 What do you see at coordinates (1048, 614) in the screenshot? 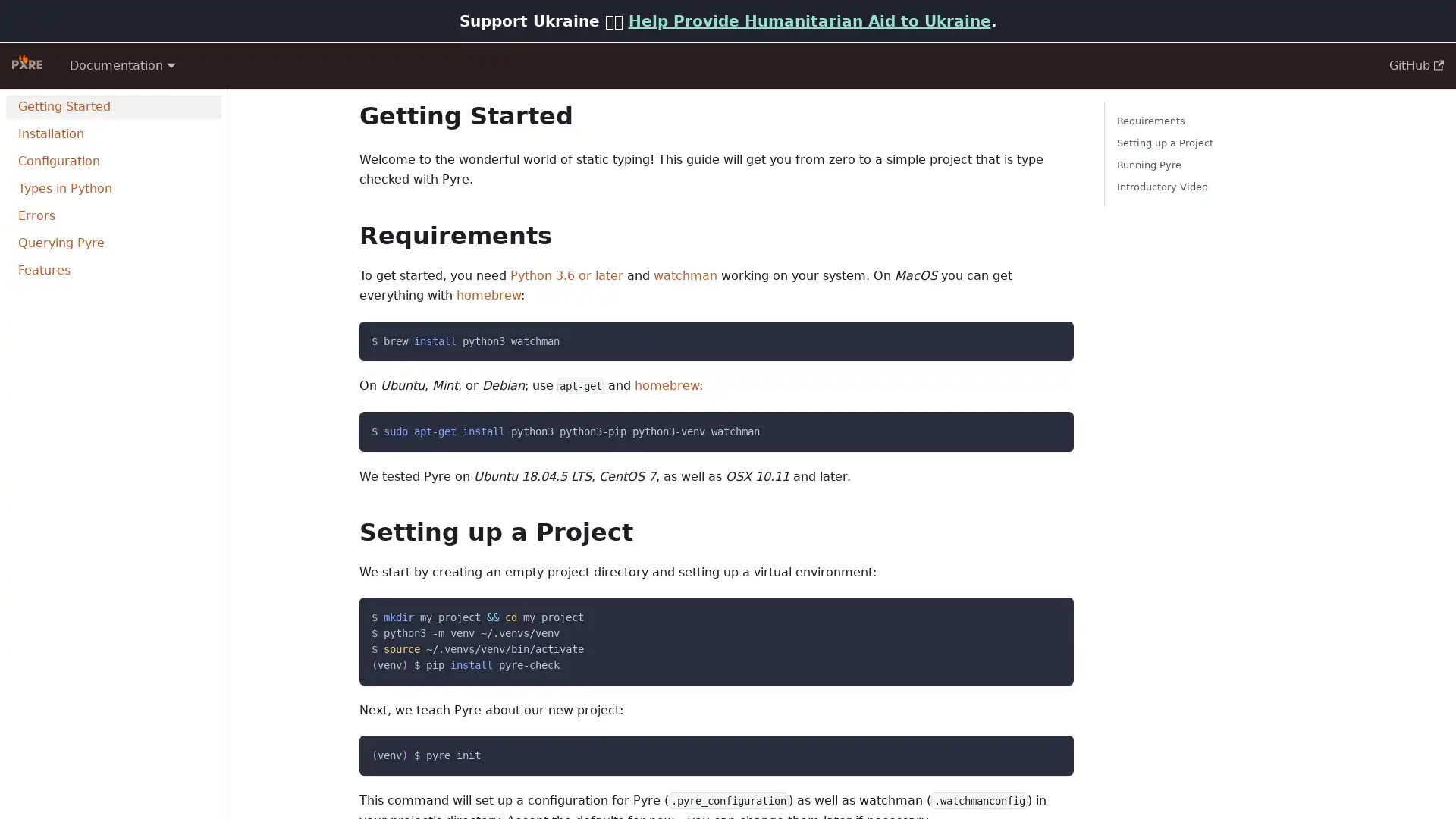
I see `Copy code to clipboard` at bounding box center [1048, 614].